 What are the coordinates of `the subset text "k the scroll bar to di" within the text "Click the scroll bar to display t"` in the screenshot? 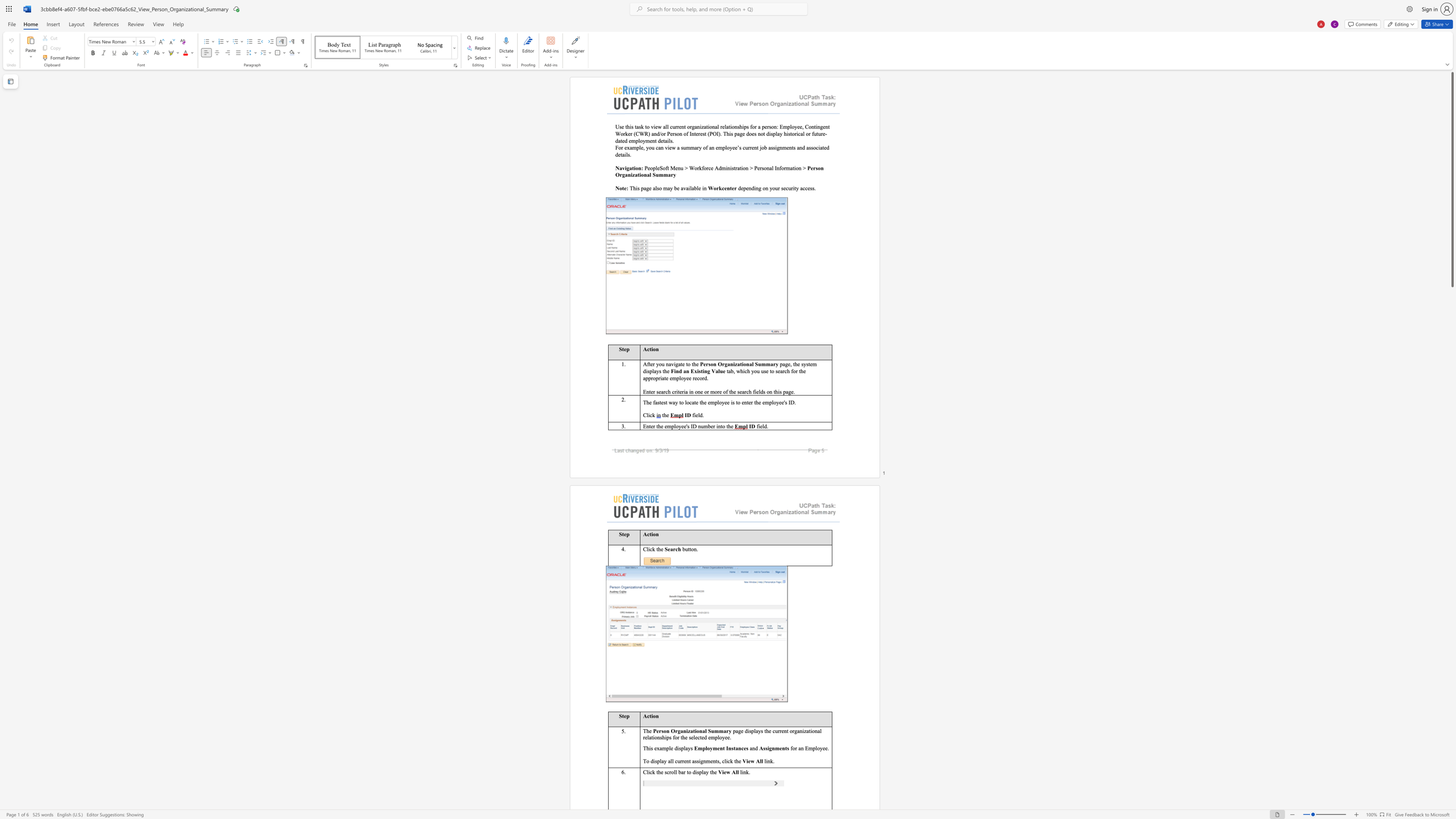 It's located at (652, 771).